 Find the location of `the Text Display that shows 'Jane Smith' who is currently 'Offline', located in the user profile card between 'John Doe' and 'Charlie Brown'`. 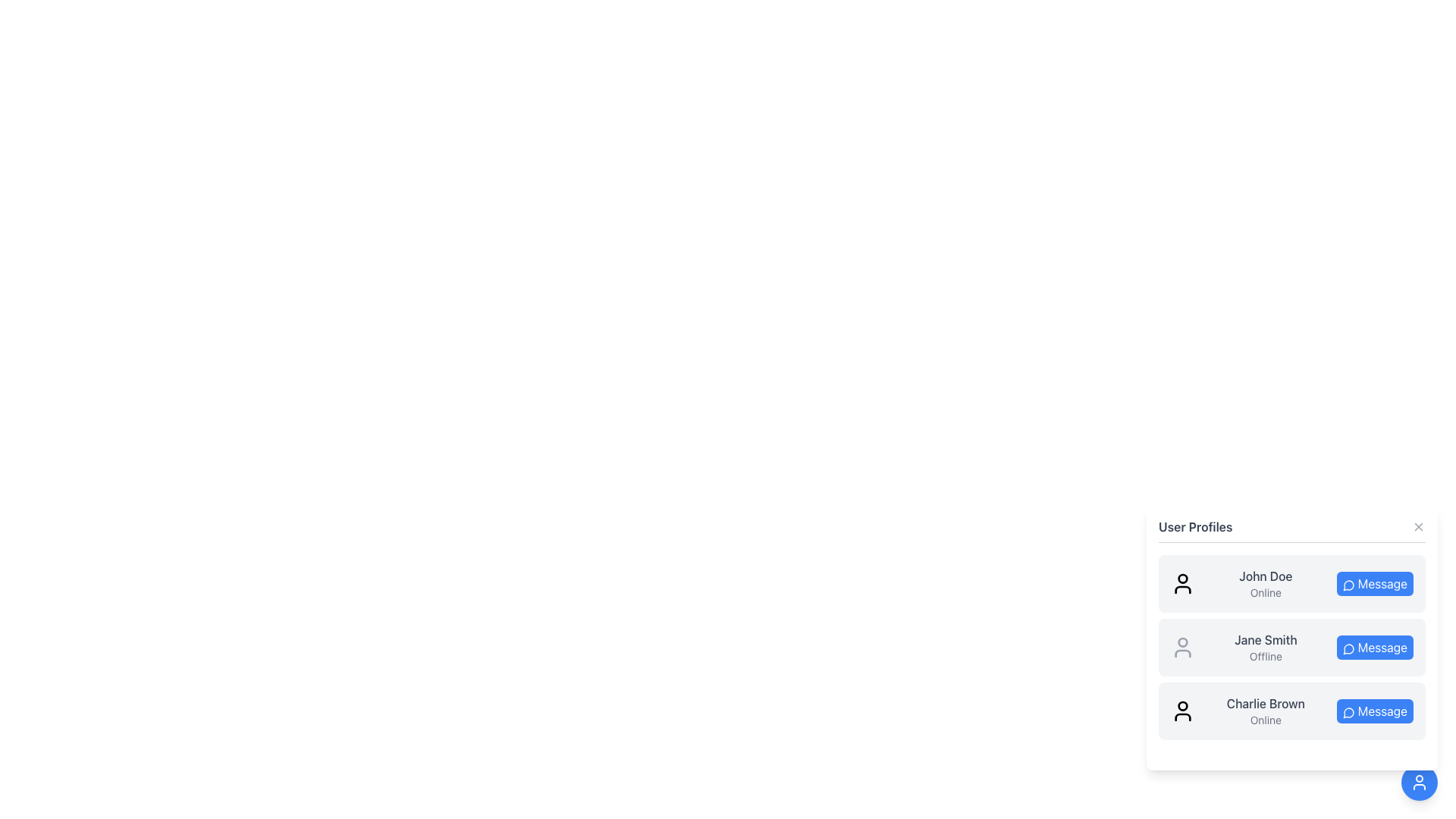

the Text Display that shows 'Jane Smith' who is currently 'Offline', located in the user profile card between 'John Doe' and 'Charlie Brown' is located at coordinates (1266, 647).